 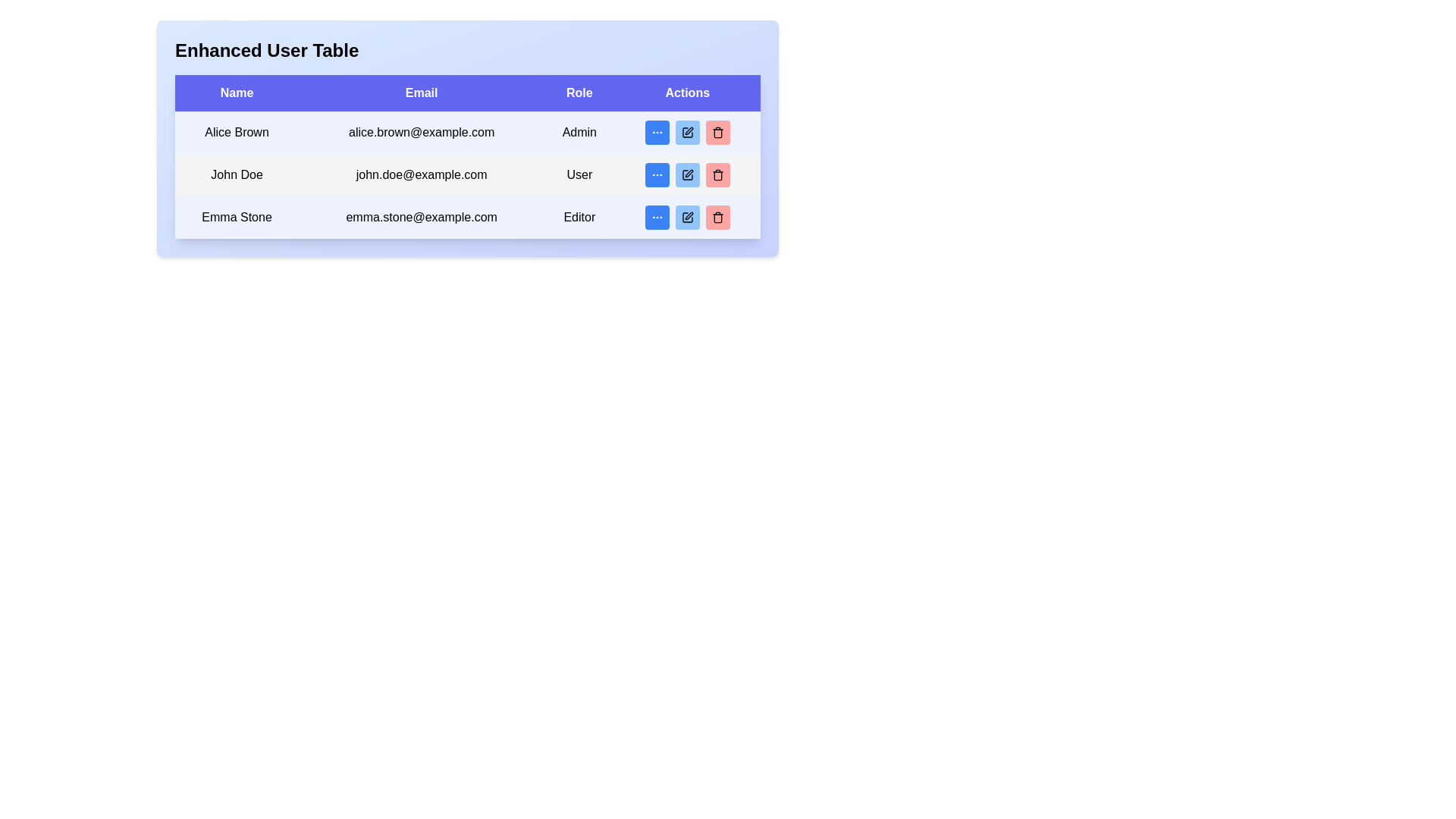 What do you see at coordinates (579, 217) in the screenshot?
I see `the text label indicating the role of 'Emma Stone' as 'Editor' in the third row of the table under the 'Role' column` at bounding box center [579, 217].